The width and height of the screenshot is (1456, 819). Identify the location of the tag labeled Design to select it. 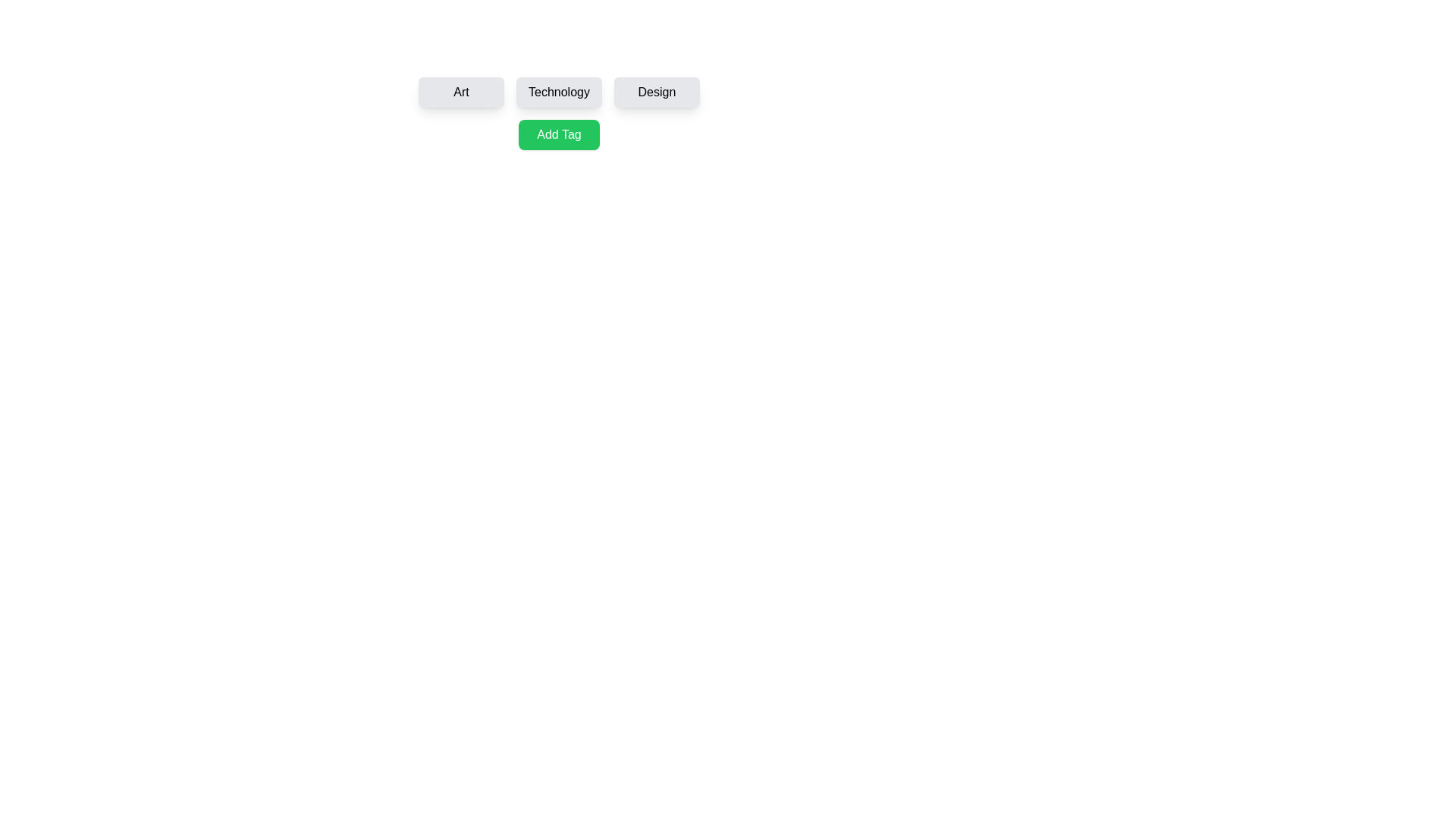
(656, 93).